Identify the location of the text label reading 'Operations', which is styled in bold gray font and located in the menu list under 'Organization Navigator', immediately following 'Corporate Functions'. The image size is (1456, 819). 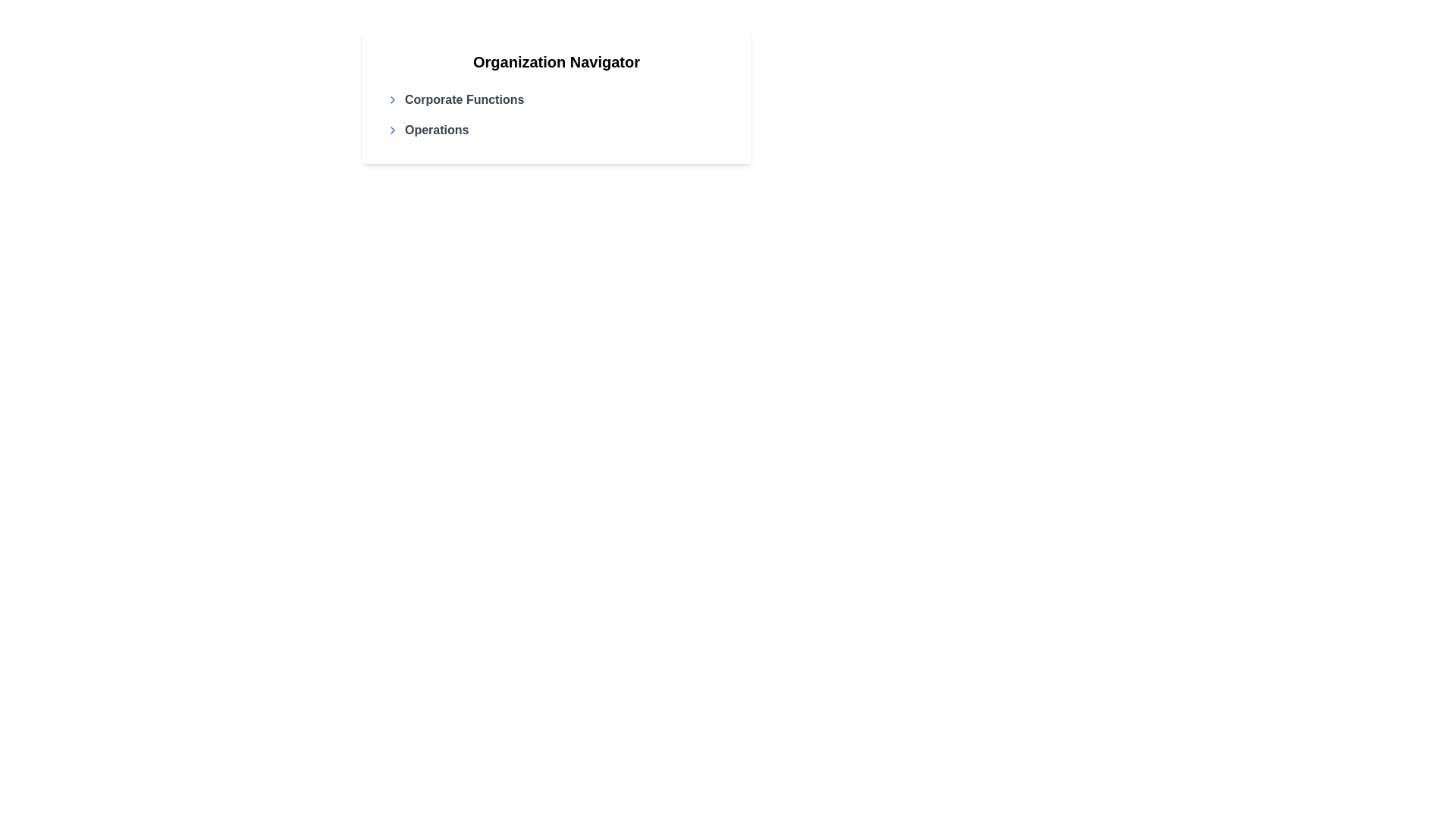
(436, 130).